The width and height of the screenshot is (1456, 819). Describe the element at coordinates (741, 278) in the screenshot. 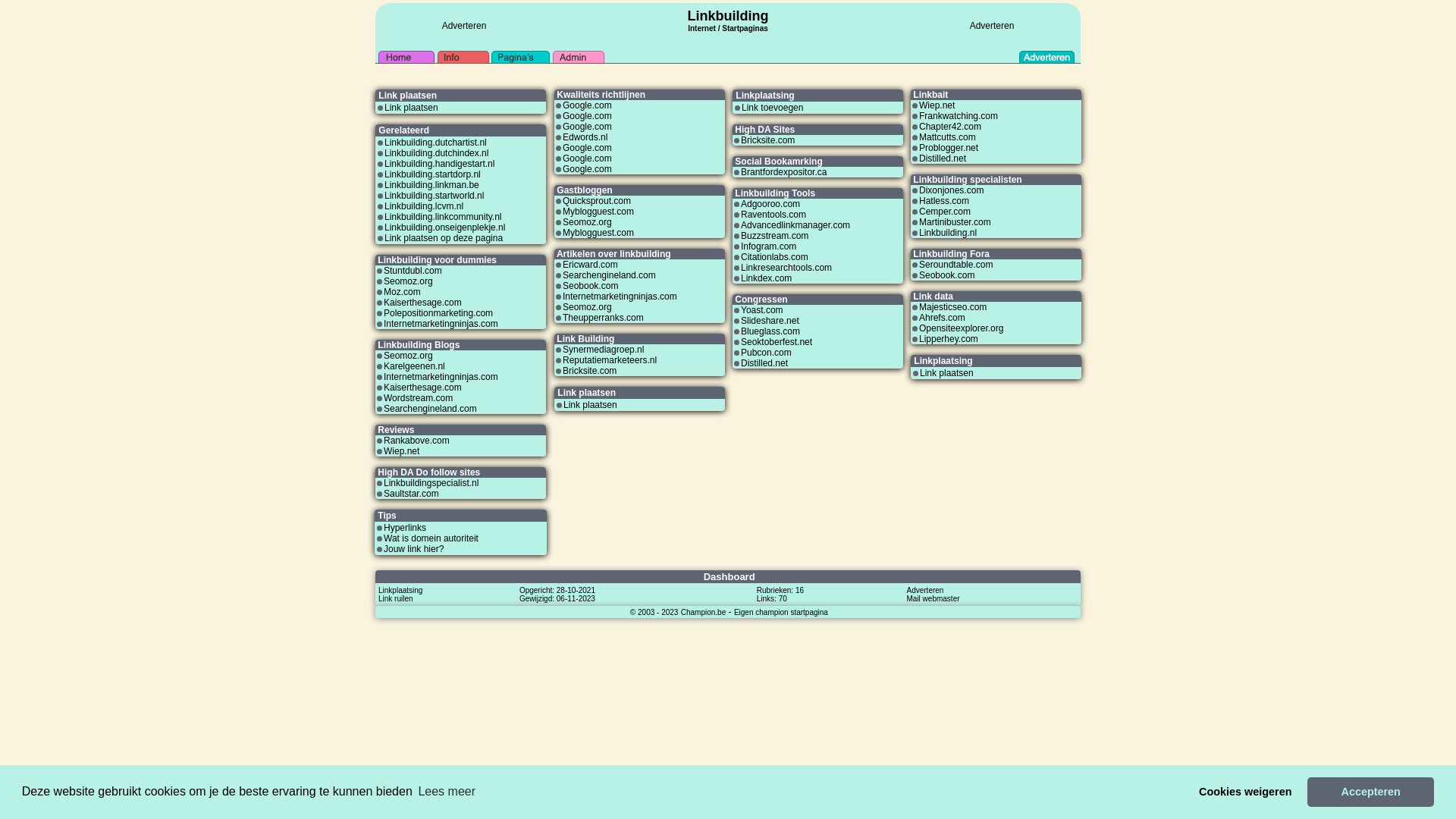

I see `'Linkdex.com'` at that location.